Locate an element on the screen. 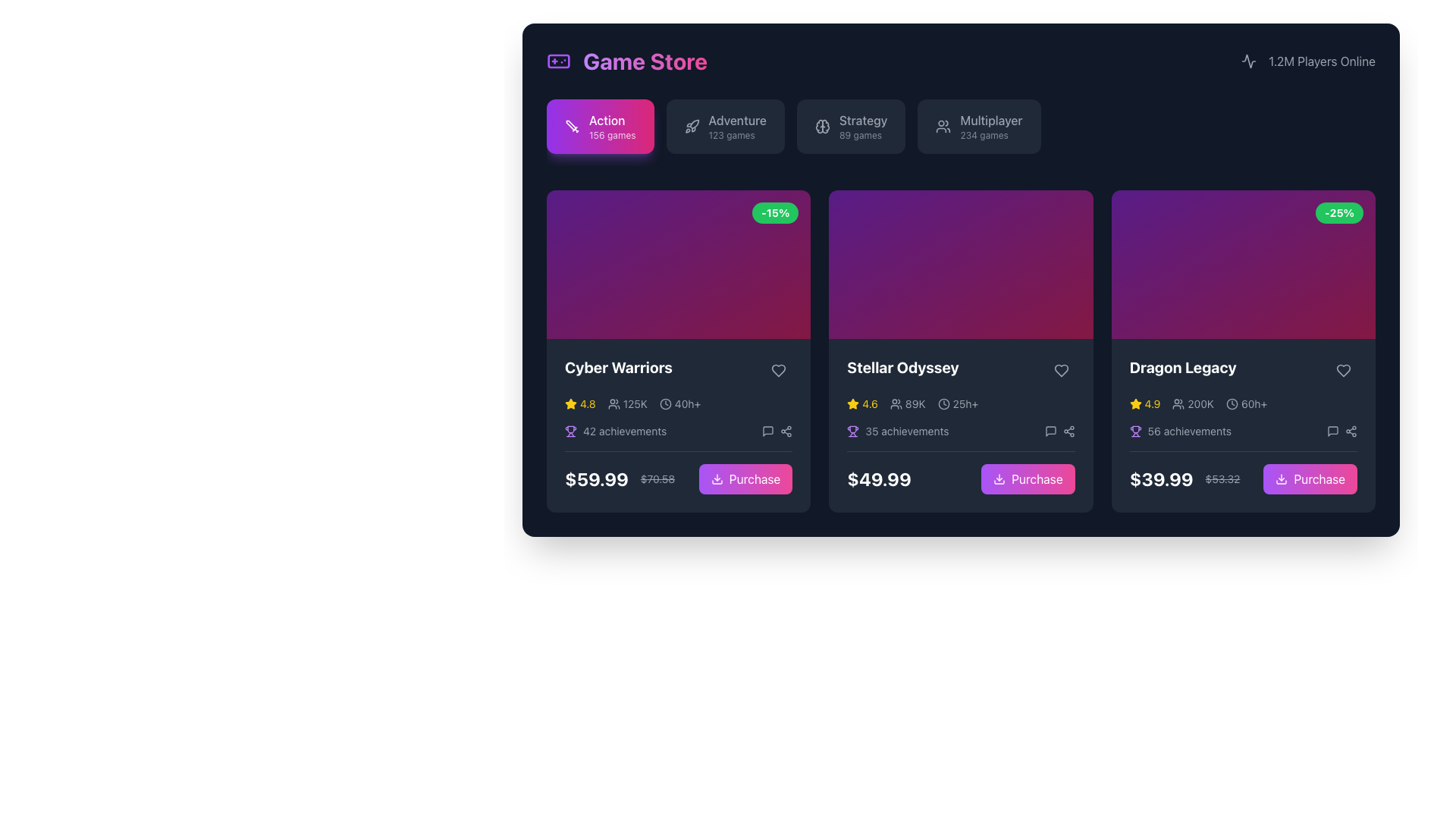 The image size is (1456, 819). the heart-shaped icon button at the top-right corner of the 'Stellar Odyssey' content card to like or unlike the content is located at coordinates (1060, 370).